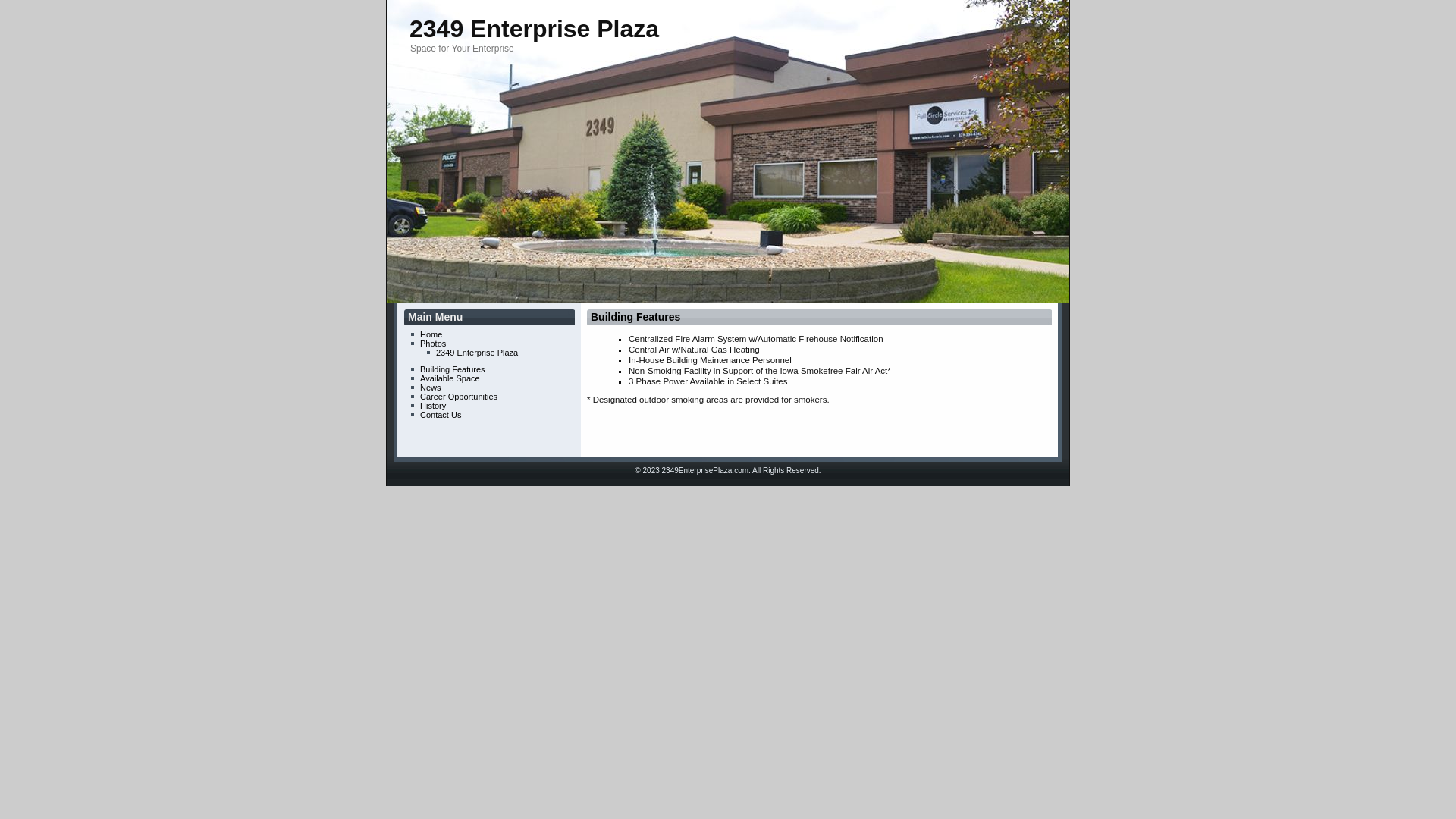  Describe the element at coordinates (534, 29) in the screenshot. I see `'2349 Enterprise Plaza'` at that location.